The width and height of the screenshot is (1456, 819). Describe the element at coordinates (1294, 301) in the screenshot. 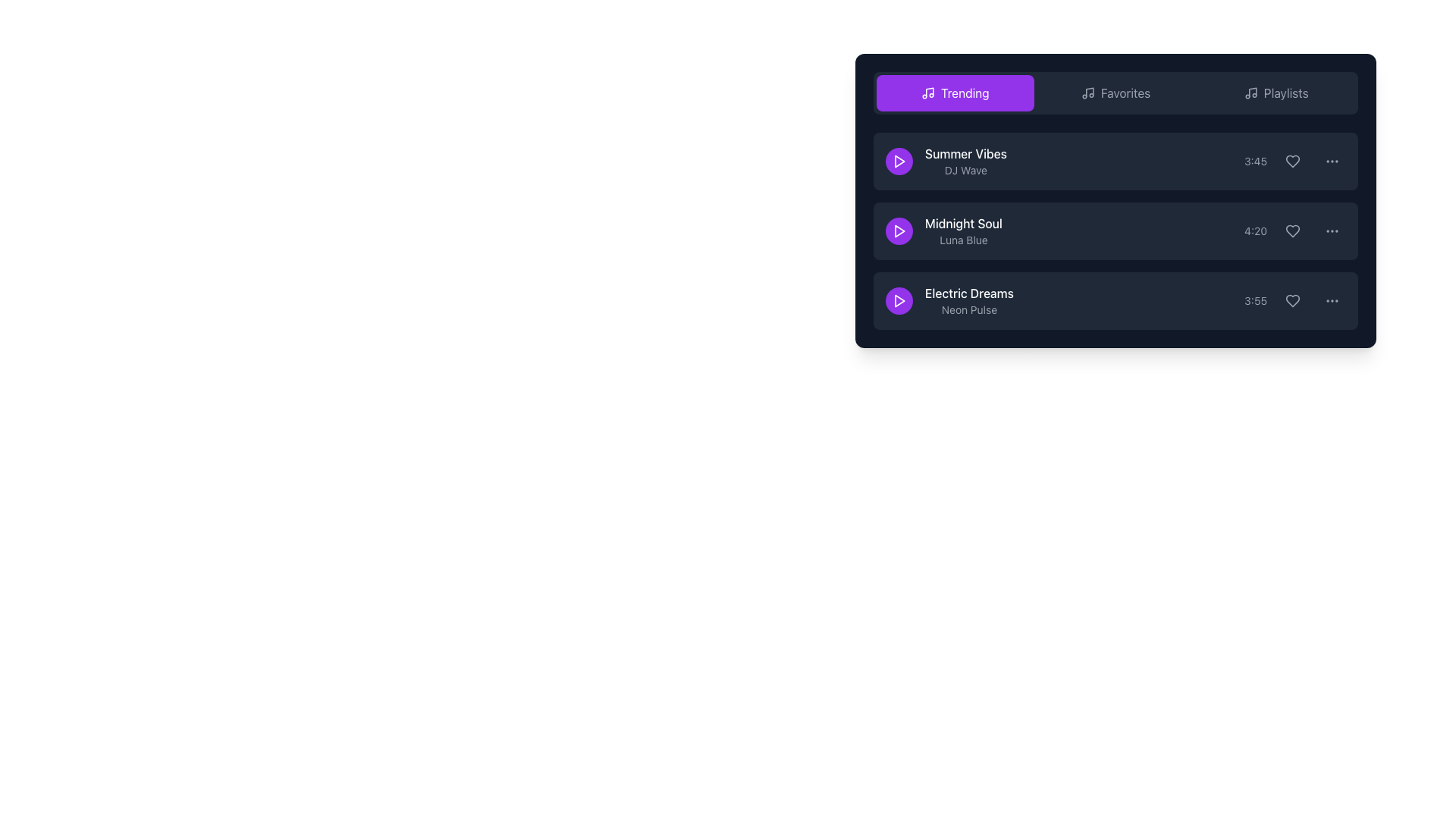

I see `the favorite button located` at that location.